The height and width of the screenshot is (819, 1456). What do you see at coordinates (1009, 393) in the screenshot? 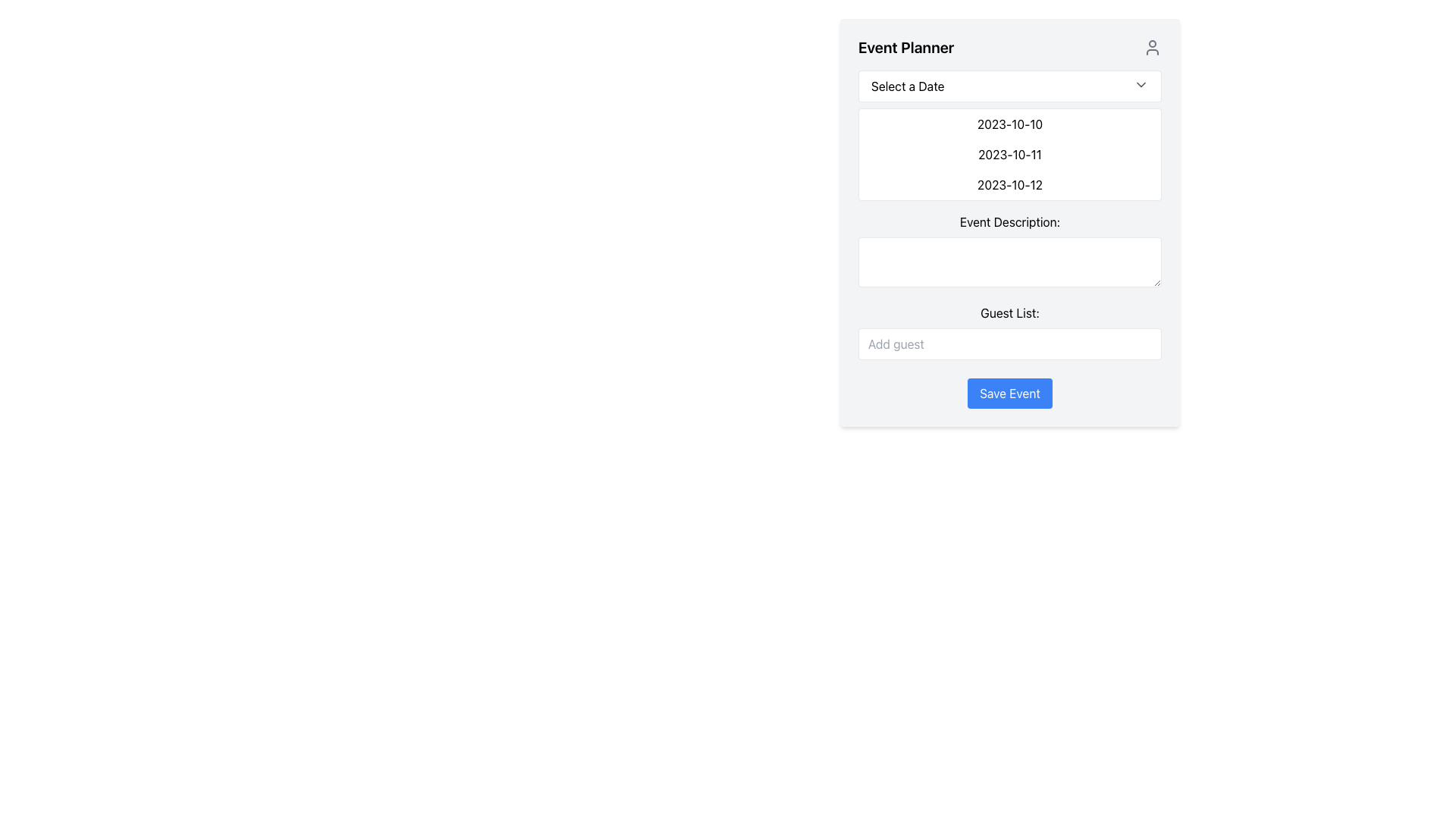
I see `the 'Save Event' button, which is a rectangular button with a blue background and white text, located centrally below the 'Guest List' input field in the event planner interface` at bounding box center [1009, 393].